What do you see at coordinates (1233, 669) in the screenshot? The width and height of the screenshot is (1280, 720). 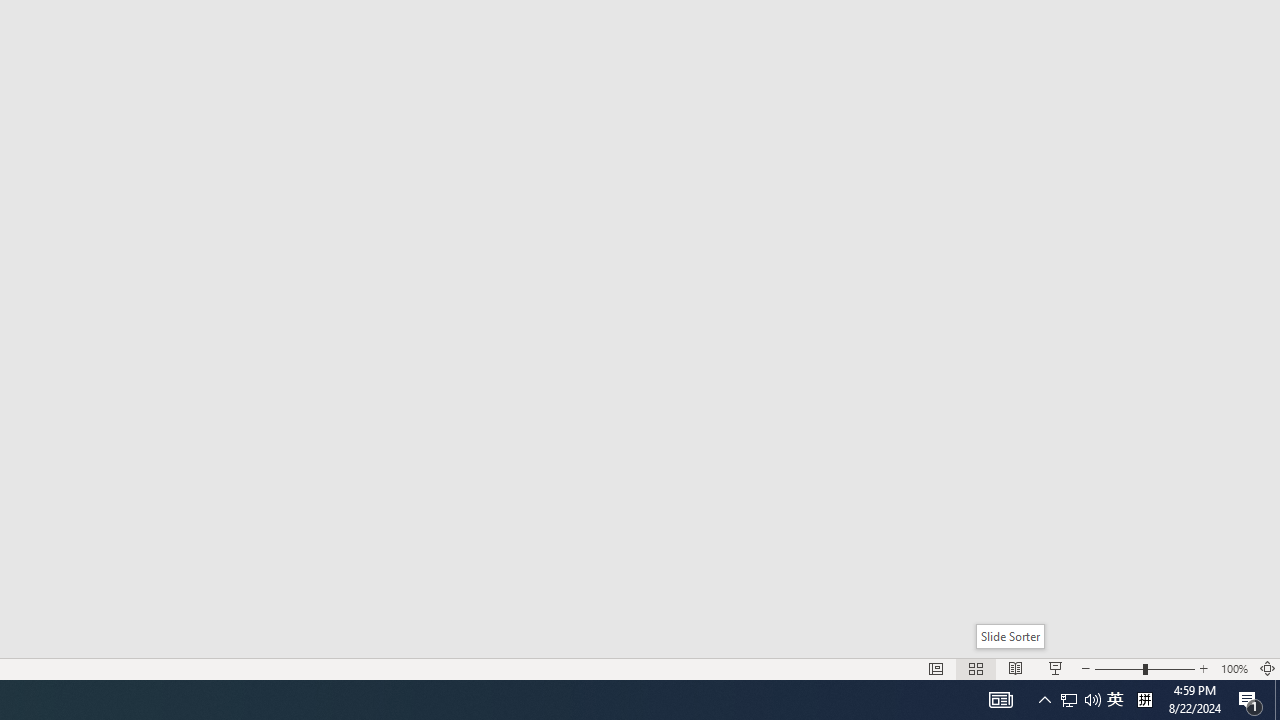 I see `'Zoom 100%'` at bounding box center [1233, 669].